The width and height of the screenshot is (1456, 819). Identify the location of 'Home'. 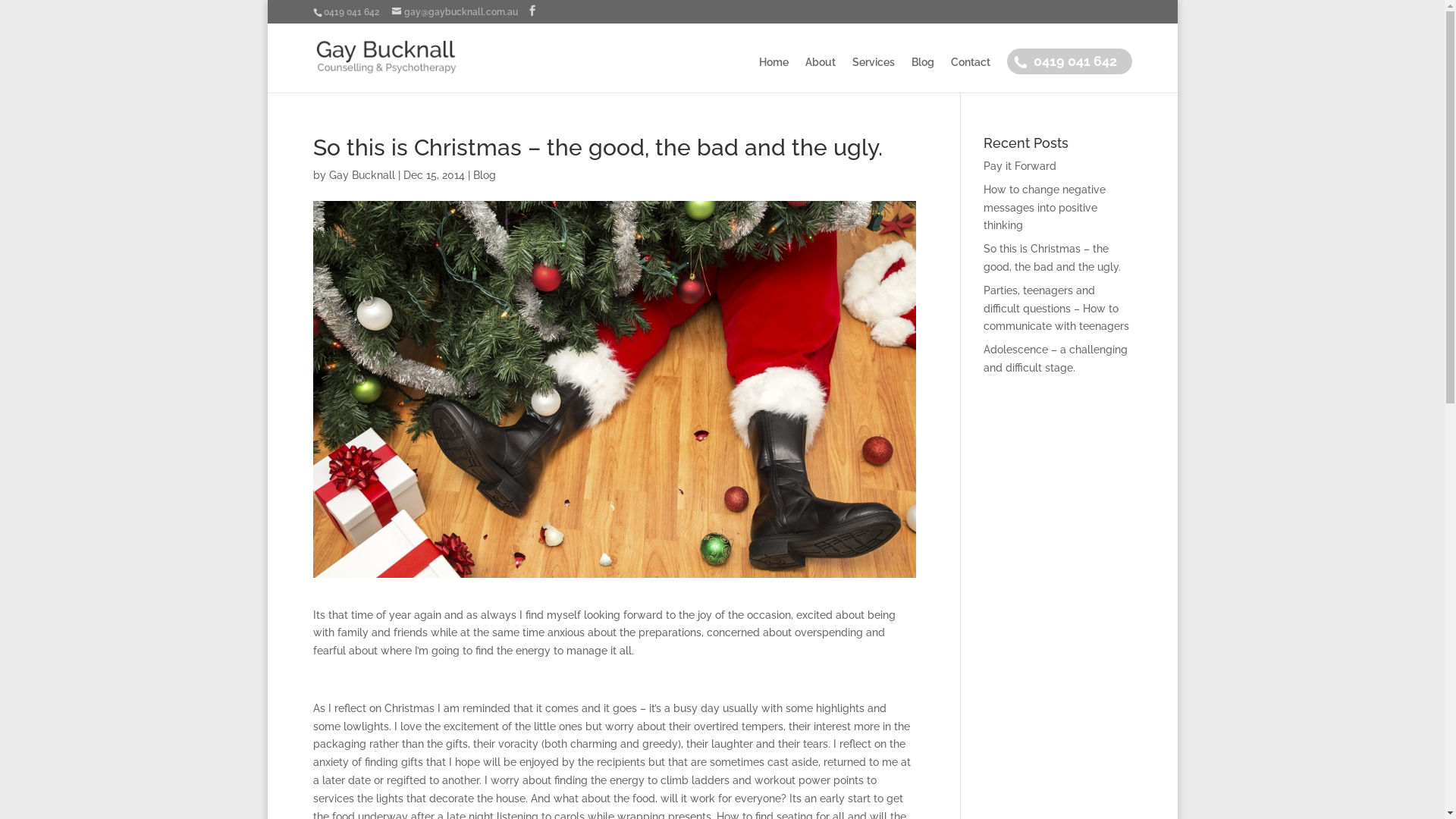
(773, 74).